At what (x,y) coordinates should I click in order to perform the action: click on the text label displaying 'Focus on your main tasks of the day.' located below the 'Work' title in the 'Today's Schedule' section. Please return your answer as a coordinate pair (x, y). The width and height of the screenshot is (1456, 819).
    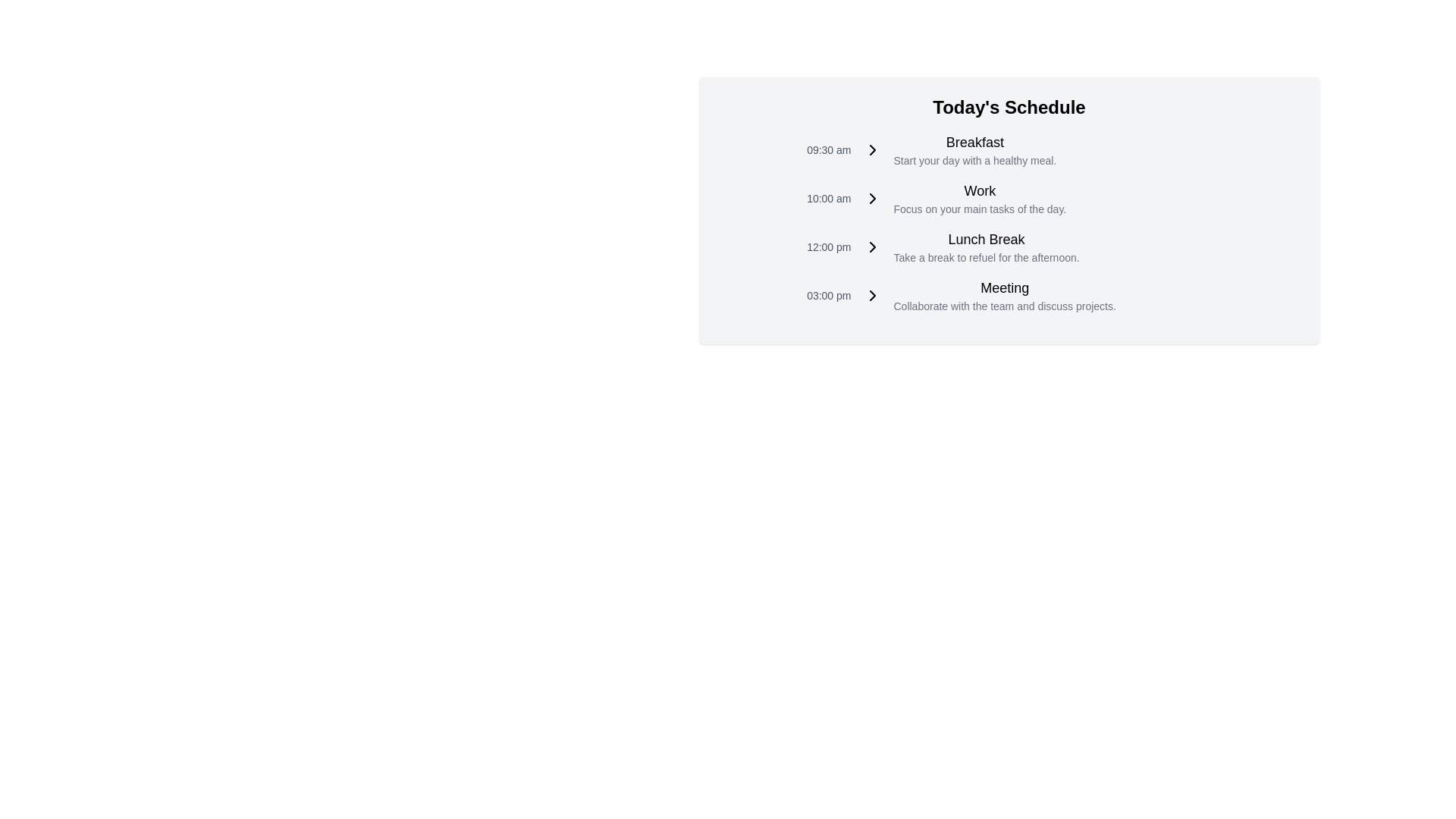
    Looking at the image, I should click on (980, 209).